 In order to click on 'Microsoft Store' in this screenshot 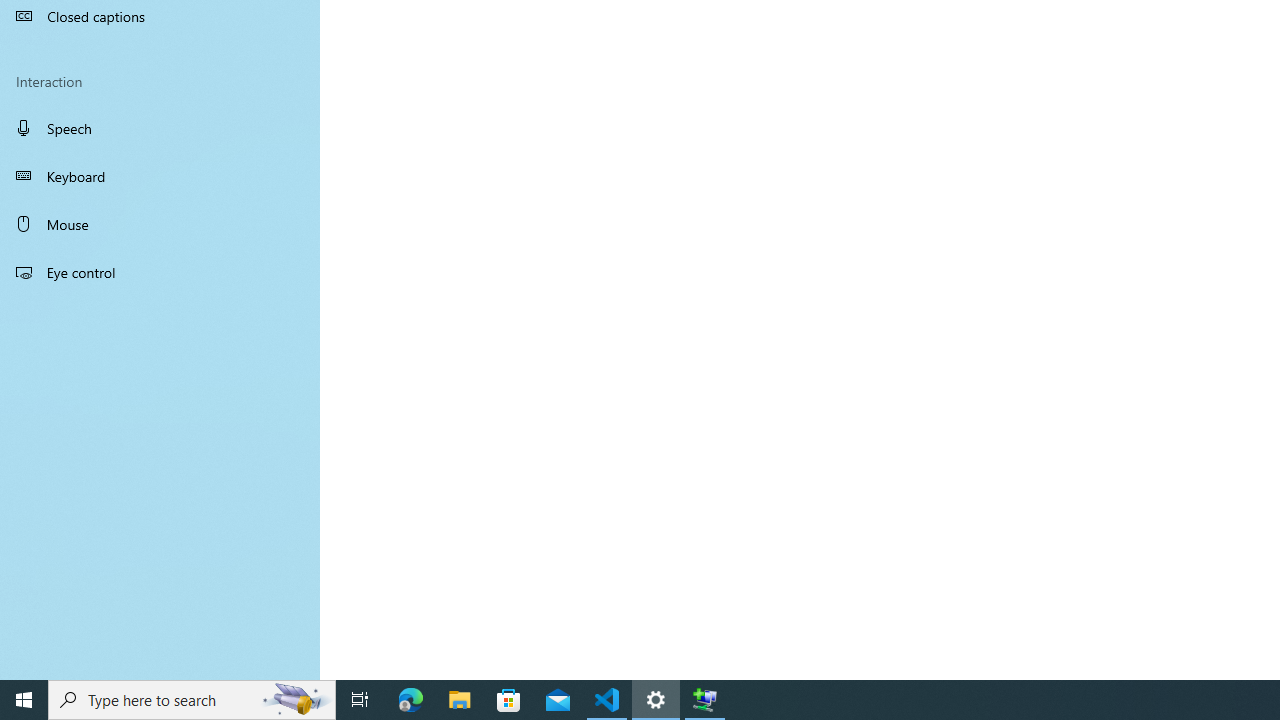, I will do `click(509, 698)`.